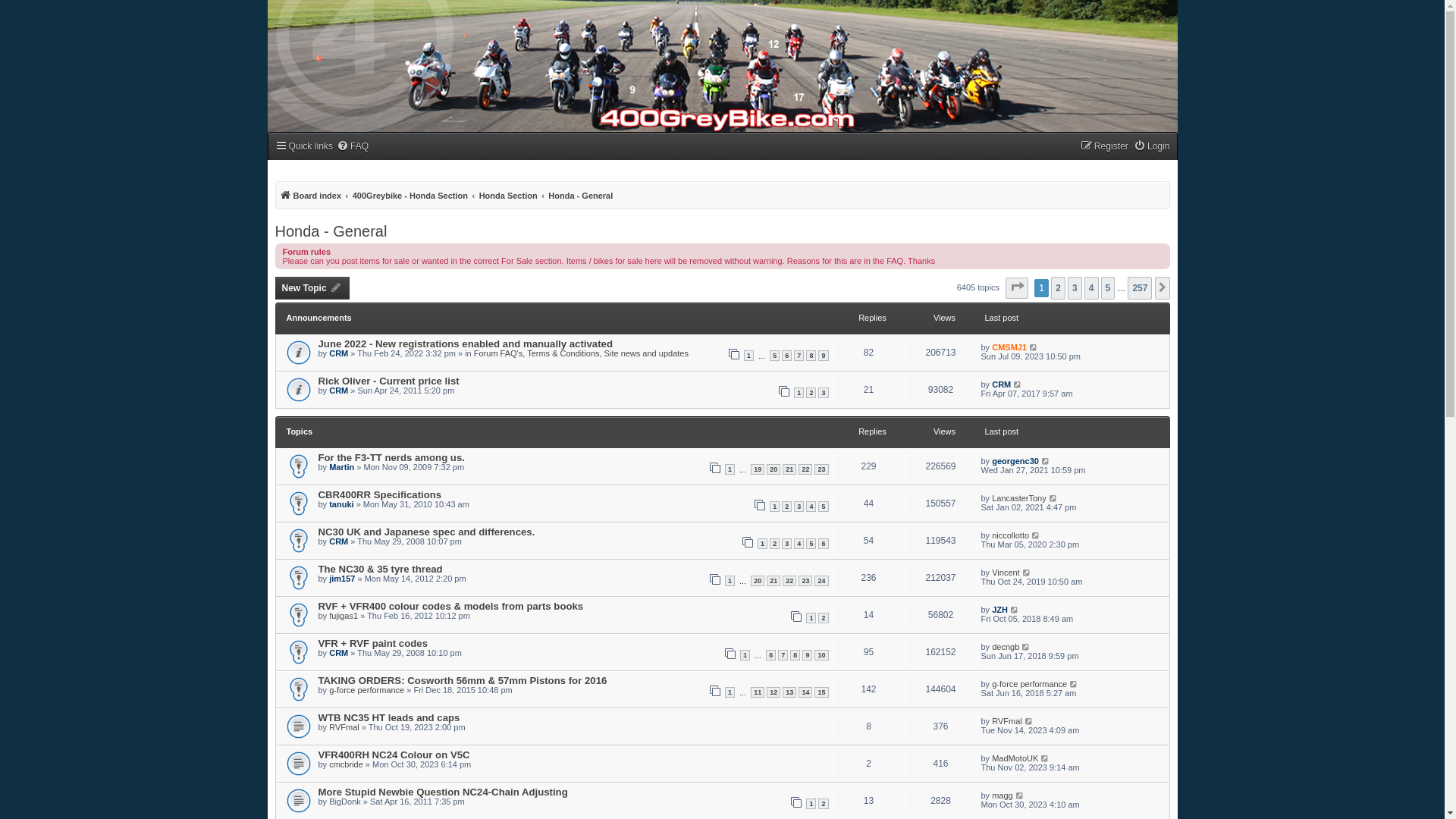 Image resolution: width=1456 pixels, height=819 pixels. Describe the element at coordinates (1006, 573) in the screenshot. I see `'Vincent'` at that location.